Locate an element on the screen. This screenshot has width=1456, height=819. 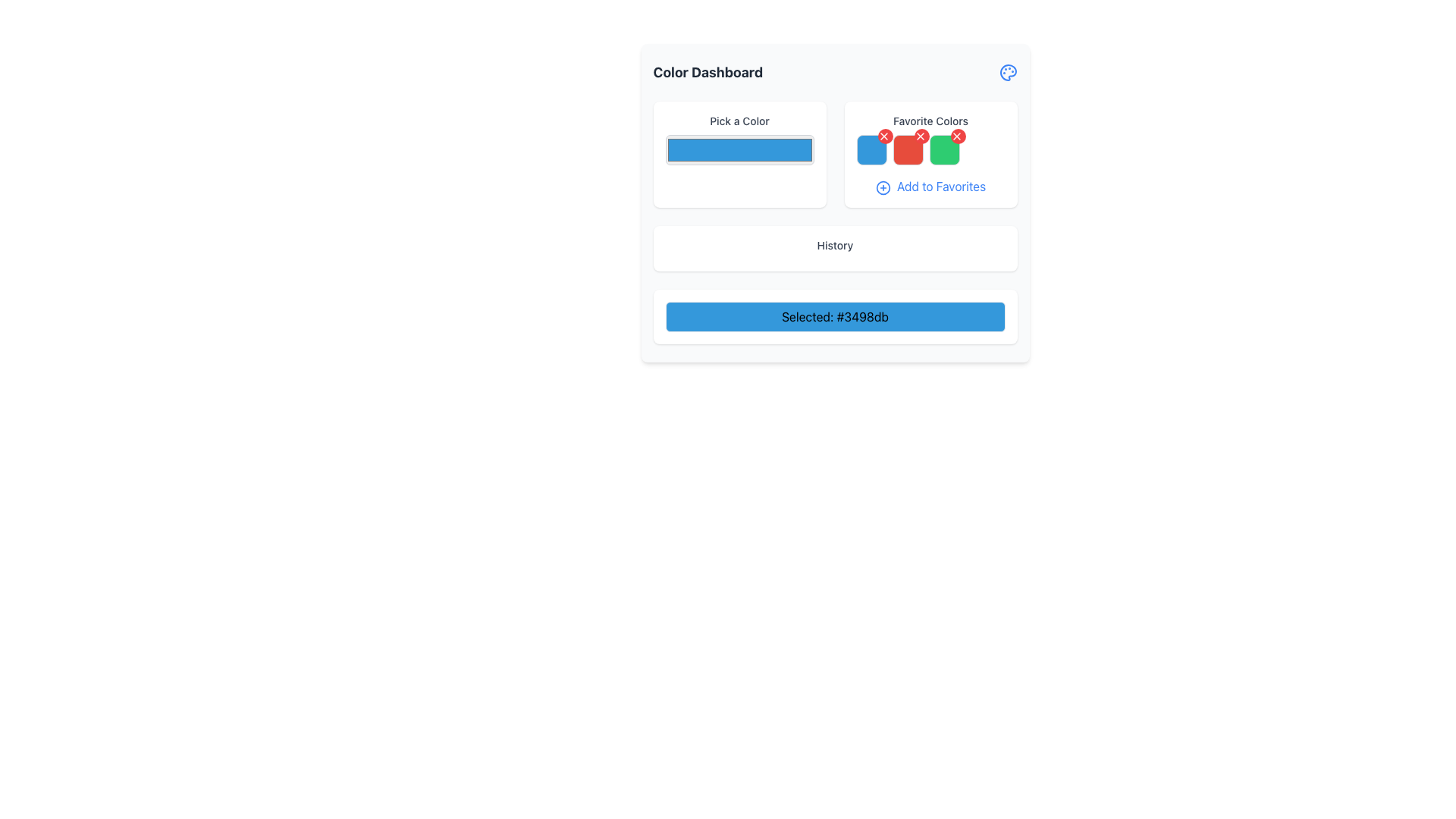
the prominent heading displaying 'Color Dashboard' located at the top-left corner of the card layout is located at coordinates (707, 73).